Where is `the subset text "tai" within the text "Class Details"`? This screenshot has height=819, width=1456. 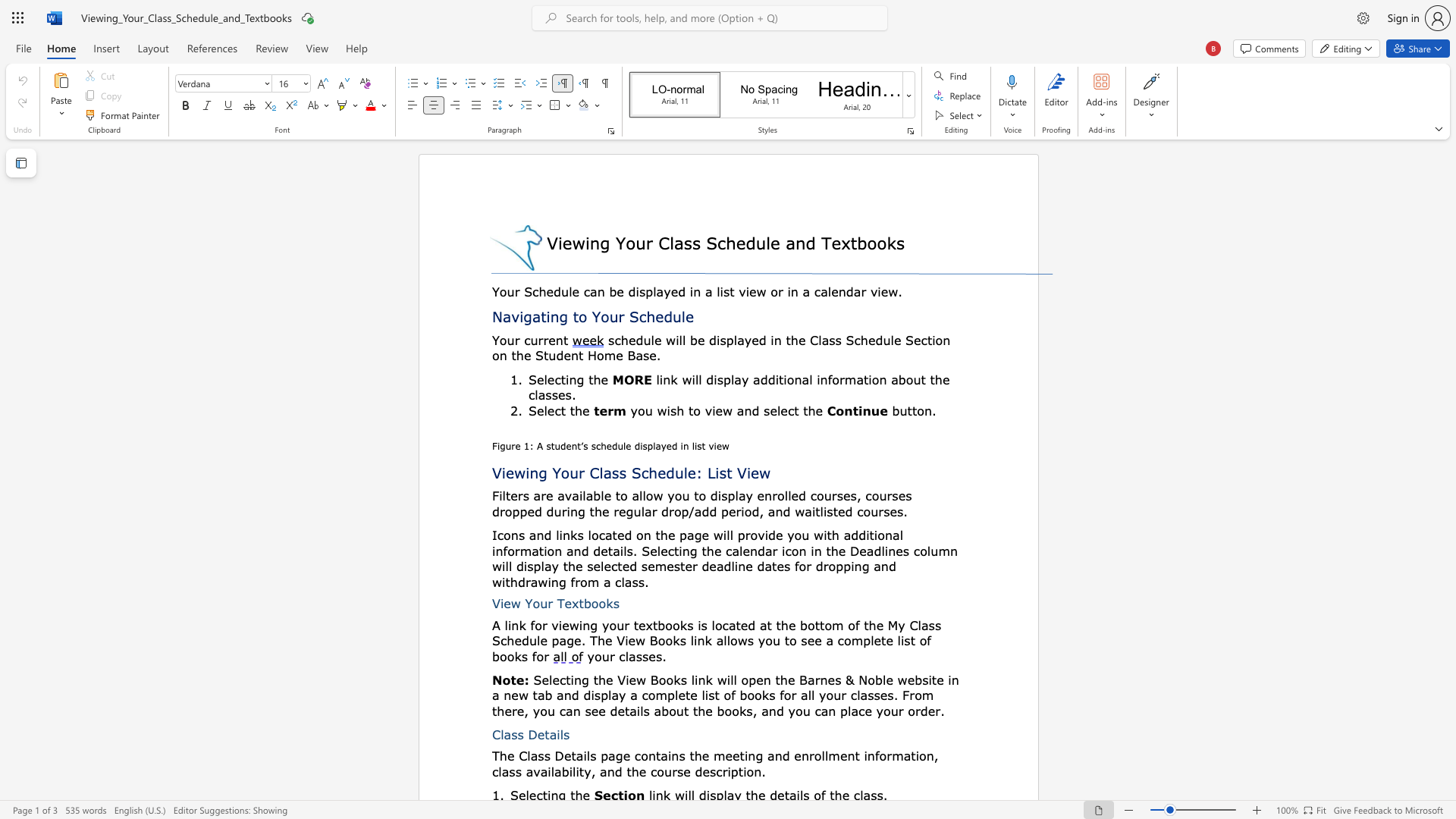
the subset text "tai" within the text "Class Details" is located at coordinates (544, 733).